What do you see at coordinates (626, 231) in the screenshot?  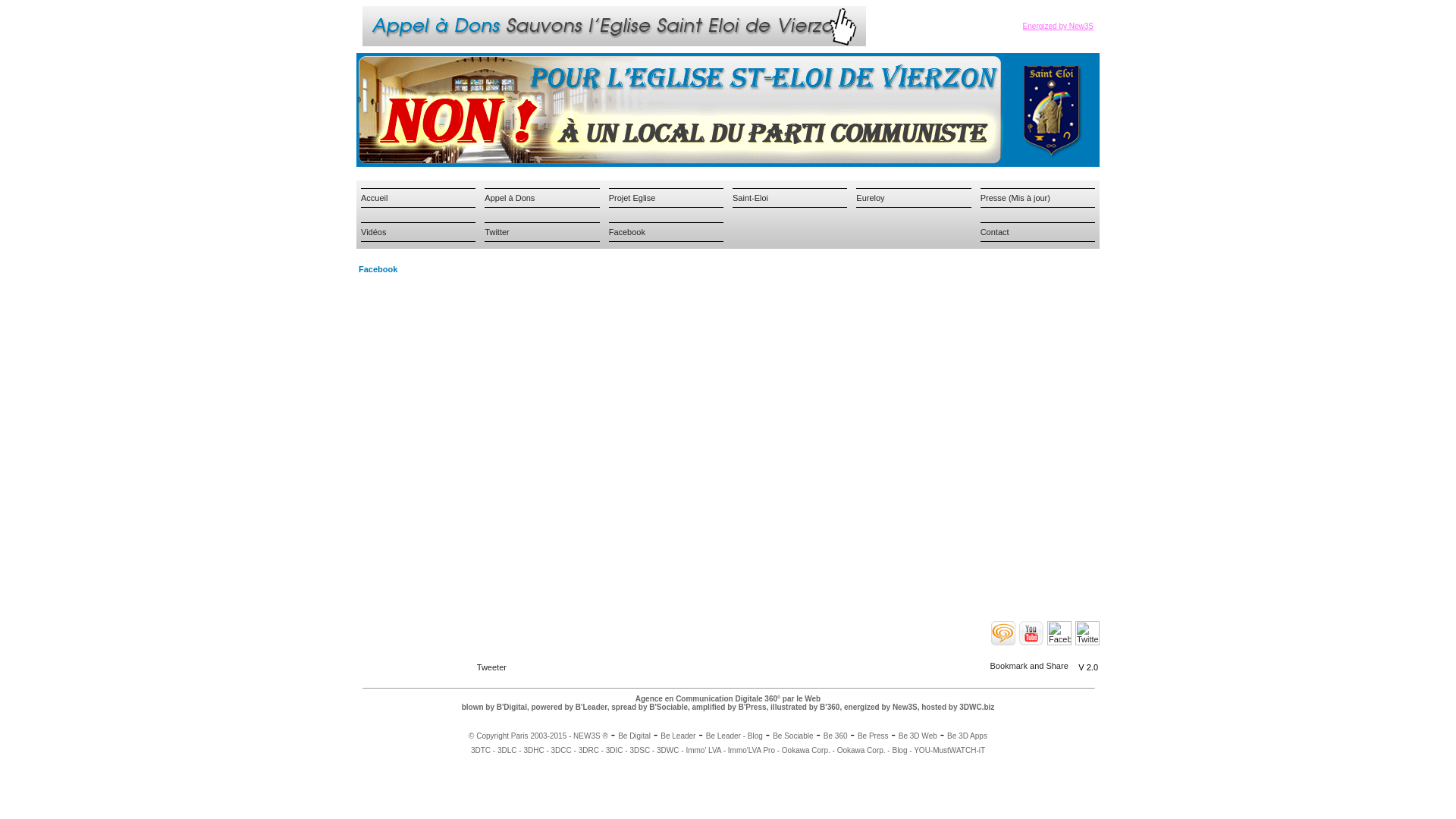 I see `'Facebook'` at bounding box center [626, 231].